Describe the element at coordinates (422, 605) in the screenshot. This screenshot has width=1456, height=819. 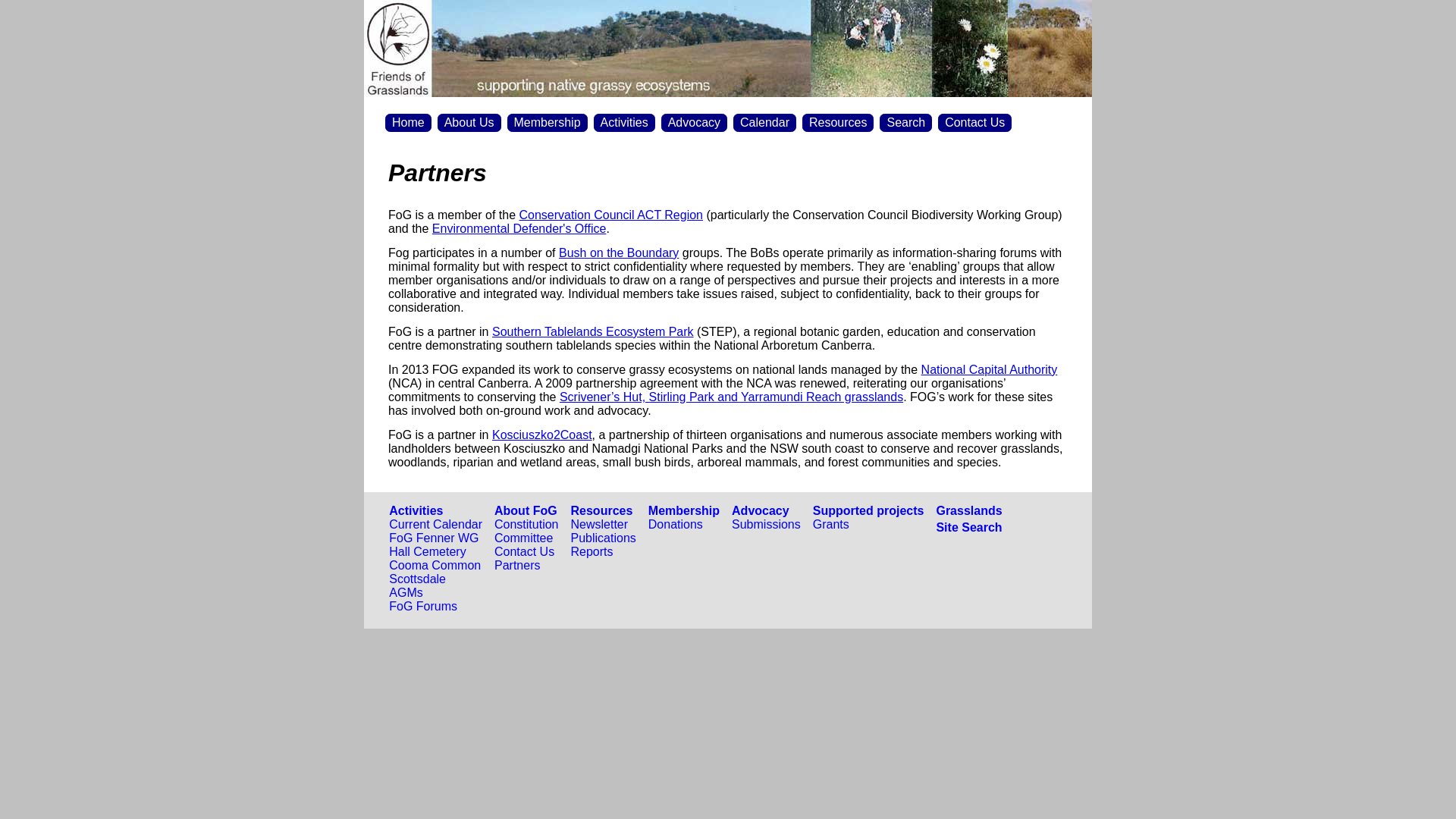
I see `'FoG Forums'` at that location.